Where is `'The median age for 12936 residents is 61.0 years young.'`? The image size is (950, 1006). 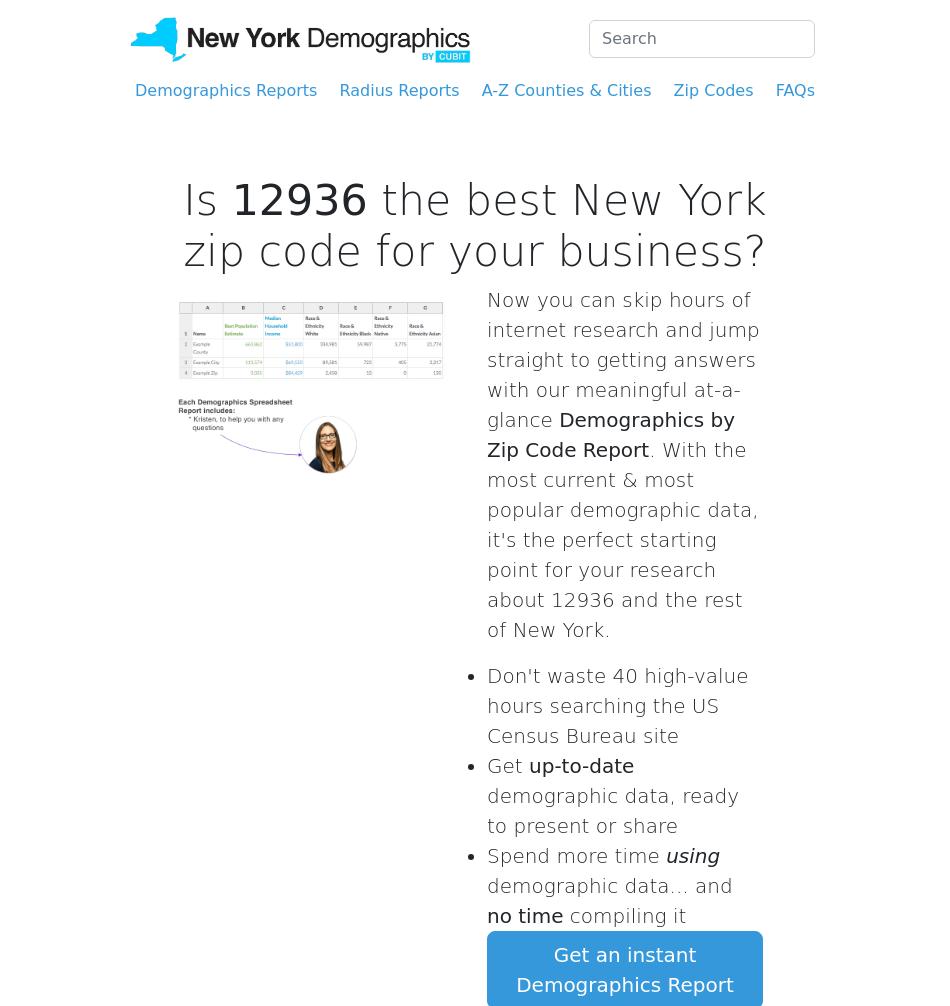
'The median age for 12936 residents is 61.0 years young.' is located at coordinates (643, 98).